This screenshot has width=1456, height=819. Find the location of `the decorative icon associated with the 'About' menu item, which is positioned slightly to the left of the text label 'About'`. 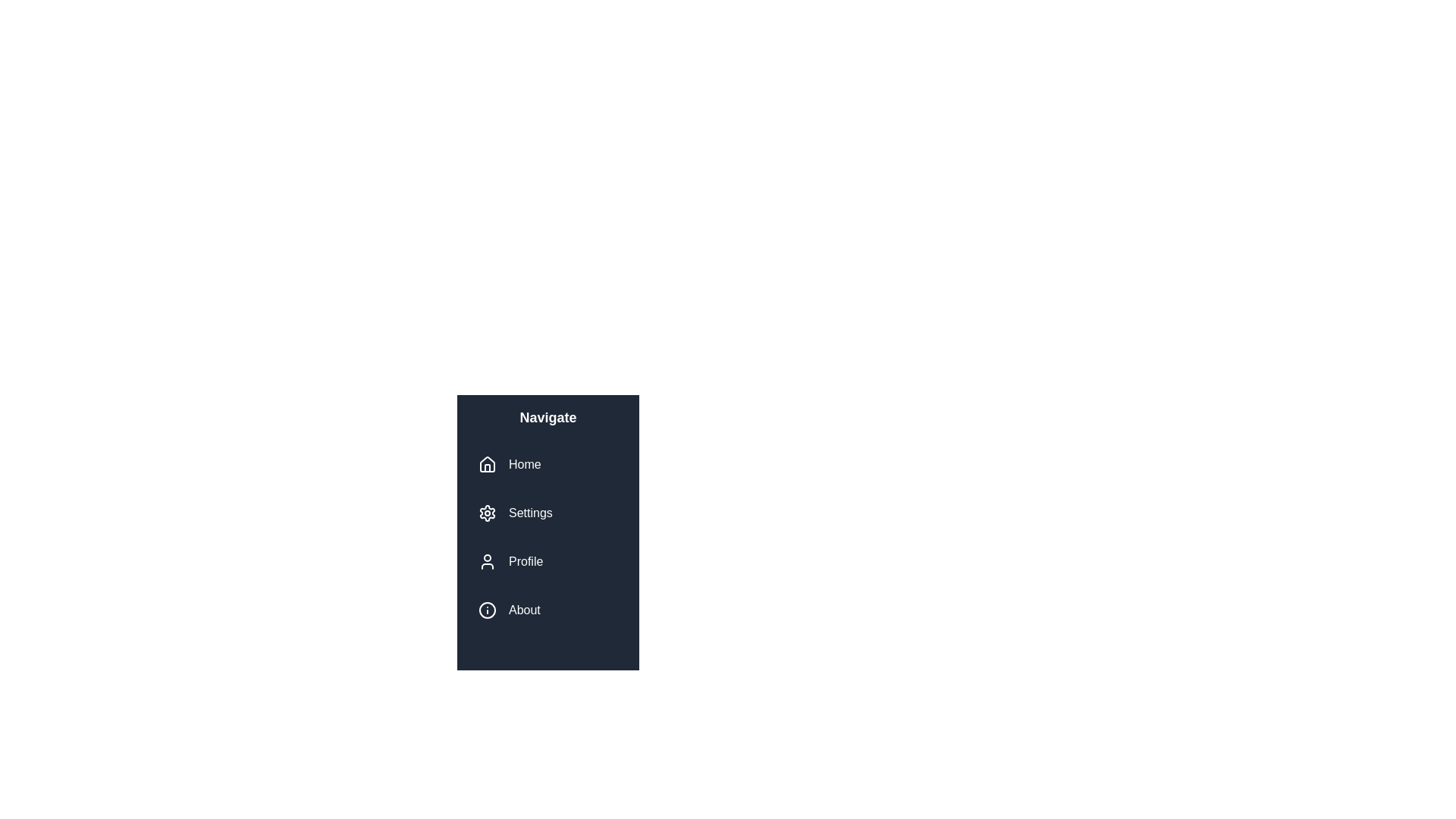

the decorative icon associated with the 'About' menu item, which is positioned slightly to the left of the text label 'About' is located at coordinates (488, 610).